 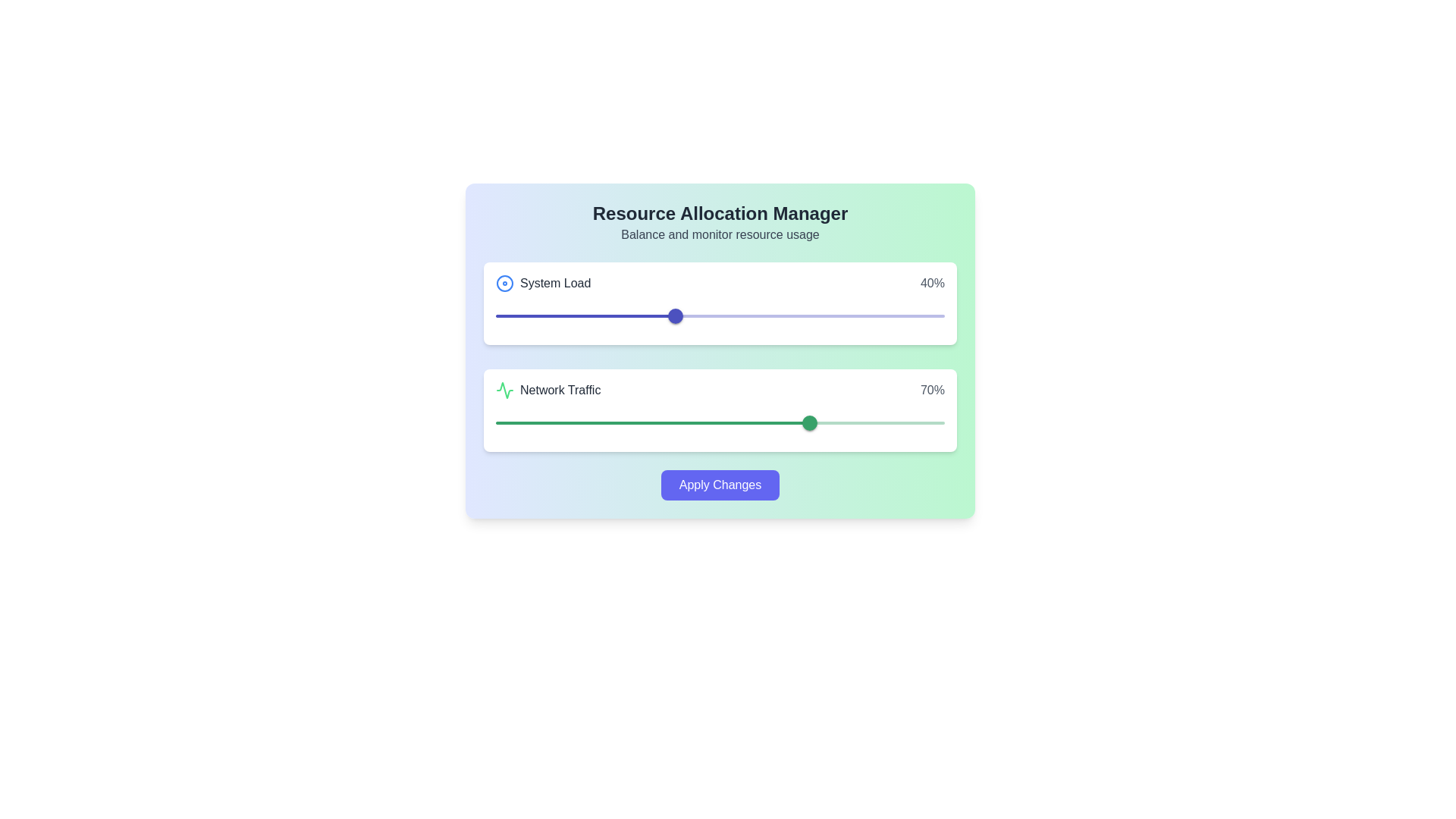 What do you see at coordinates (715, 423) in the screenshot?
I see `network traffic` at bounding box center [715, 423].